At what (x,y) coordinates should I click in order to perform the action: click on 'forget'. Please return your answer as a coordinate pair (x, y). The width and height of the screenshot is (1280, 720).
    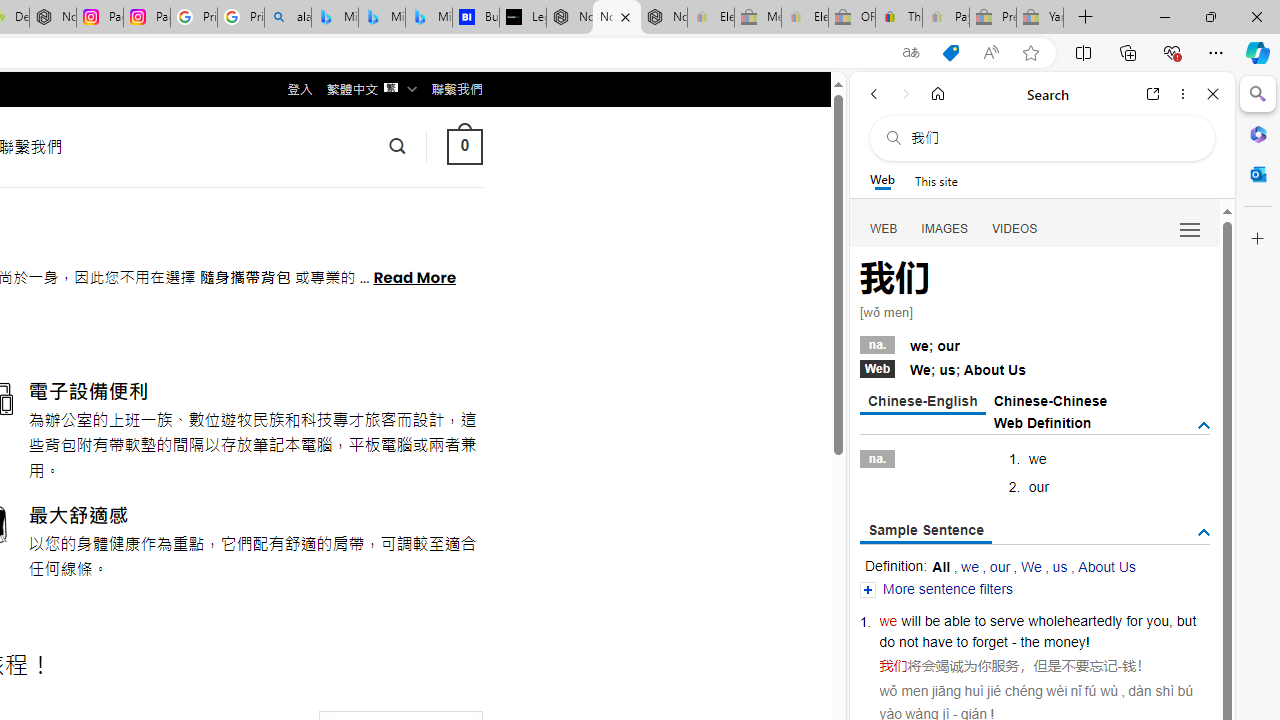
    Looking at the image, I should click on (990, 642).